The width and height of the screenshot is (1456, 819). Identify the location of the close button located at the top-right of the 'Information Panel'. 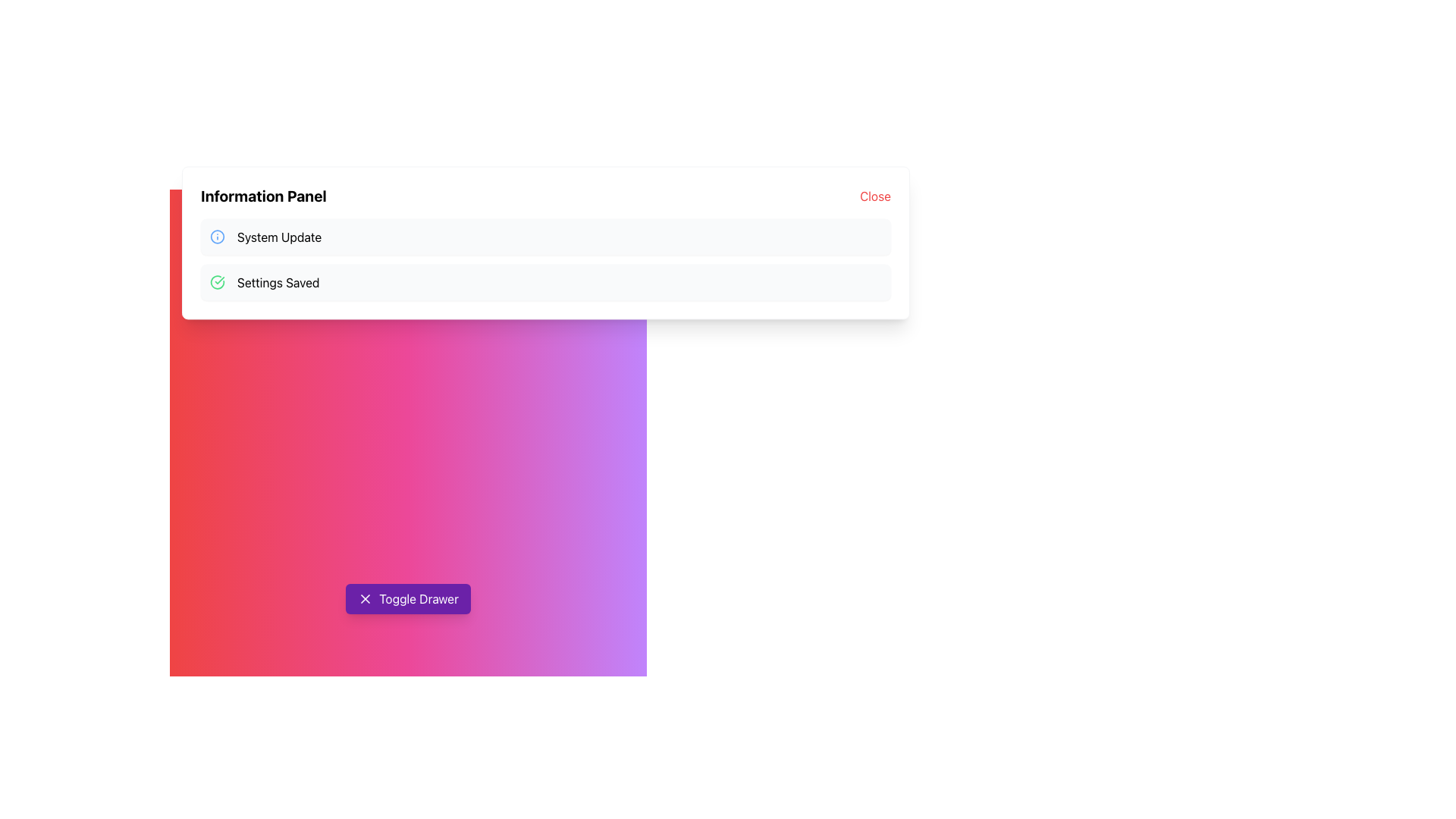
(875, 195).